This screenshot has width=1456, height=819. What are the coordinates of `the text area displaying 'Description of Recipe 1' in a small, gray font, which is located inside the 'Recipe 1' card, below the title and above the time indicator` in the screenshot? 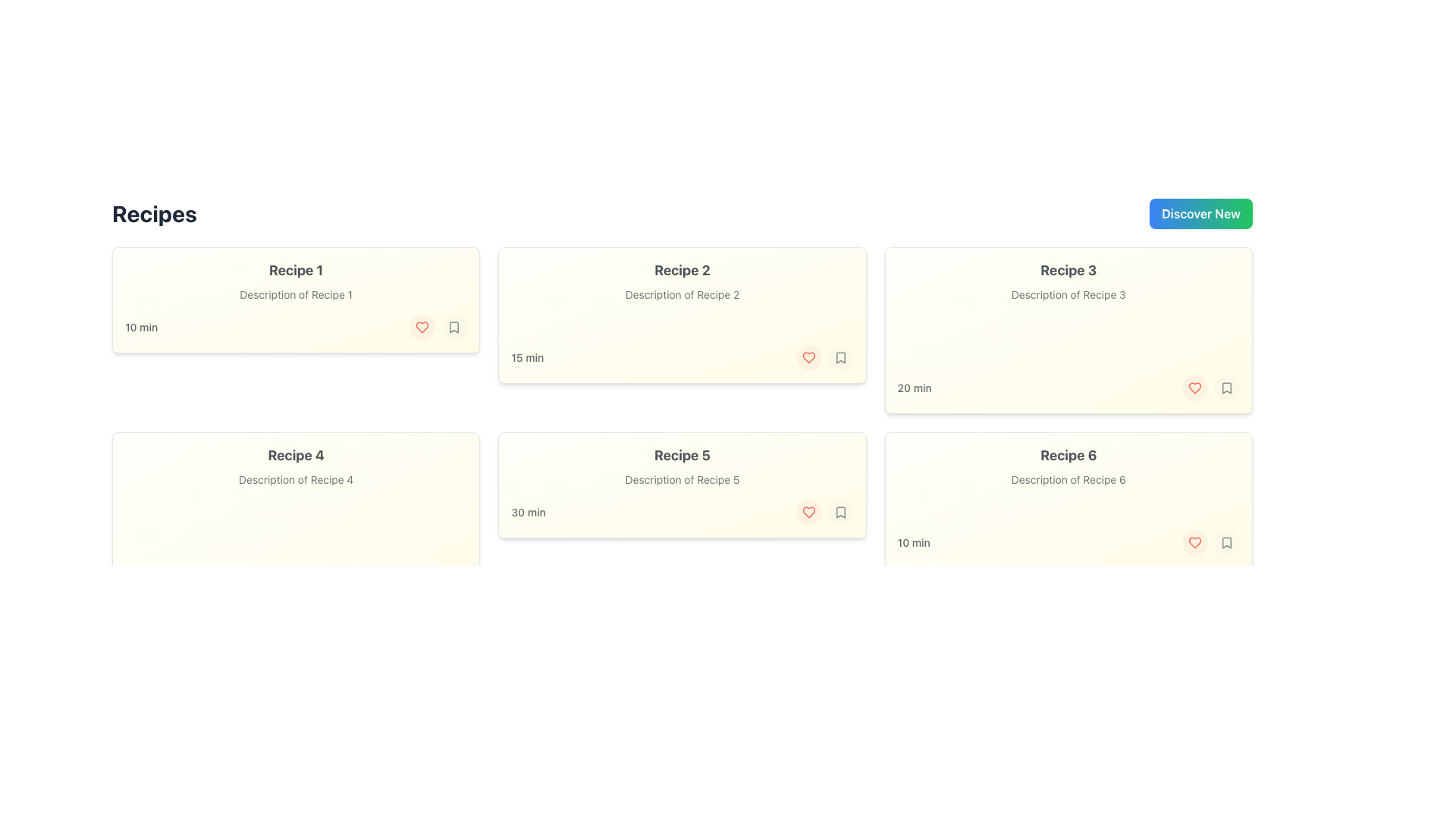 It's located at (296, 295).